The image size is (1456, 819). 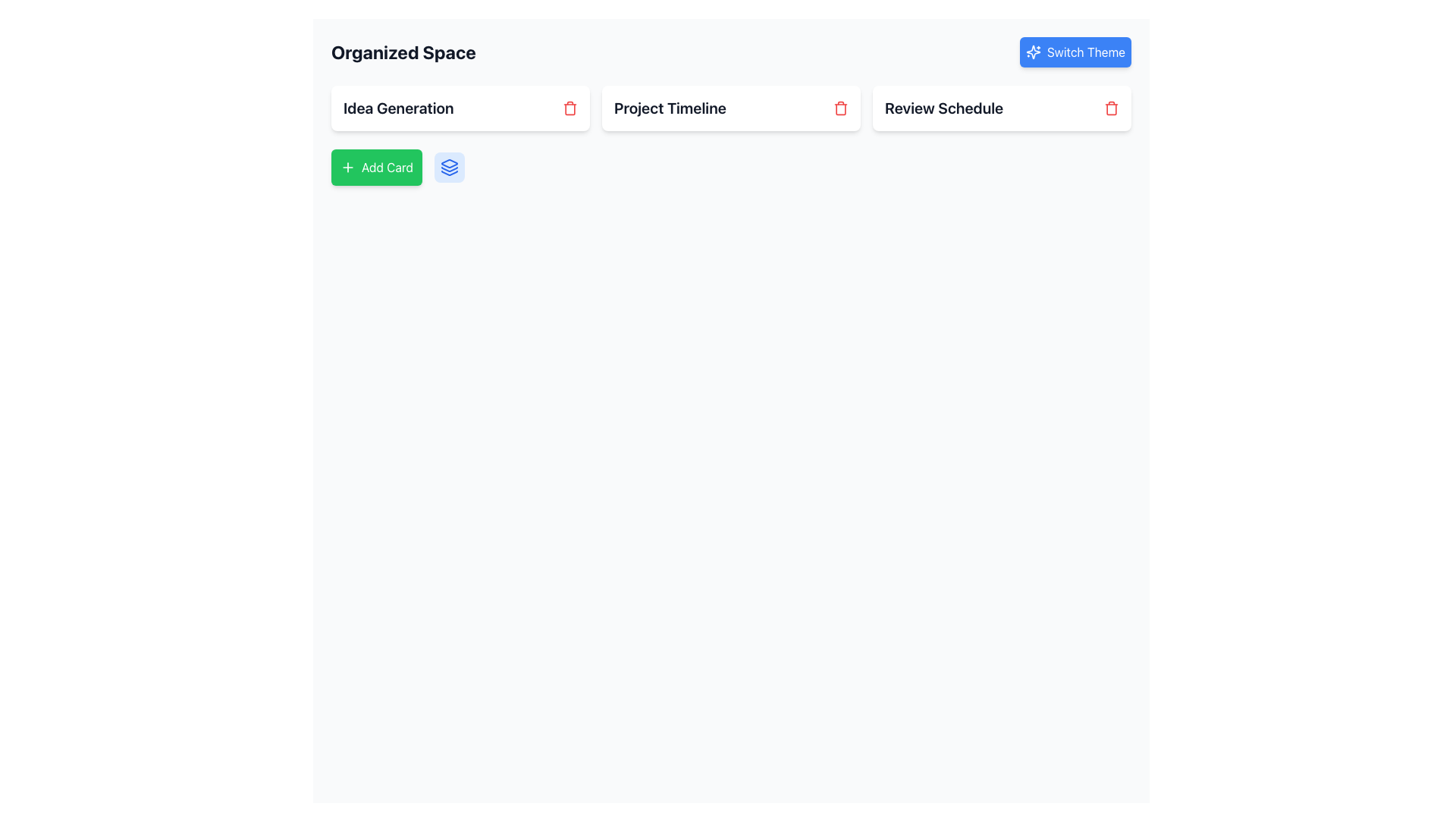 What do you see at coordinates (448, 167) in the screenshot?
I see `the square-shaped icon with a light blue background and a stack of blue layers in the center, located to the right of the green 'Add Card' button` at bounding box center [448, 167].